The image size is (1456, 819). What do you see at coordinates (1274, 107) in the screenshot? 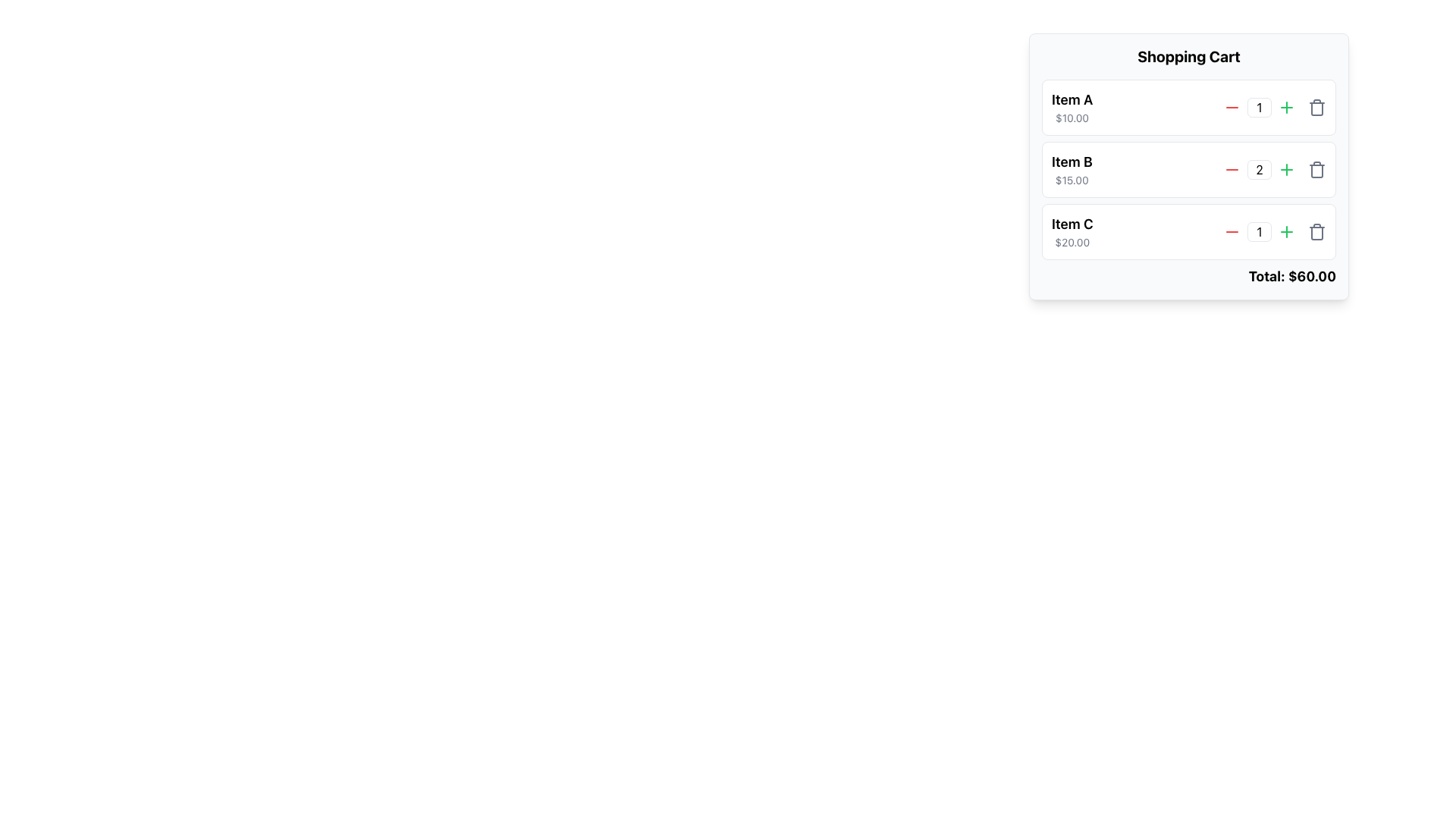
I see `the Control Group displaying the number '1' within Item A in the shopping cart to edit its value` at bounding box center [1274, 107].